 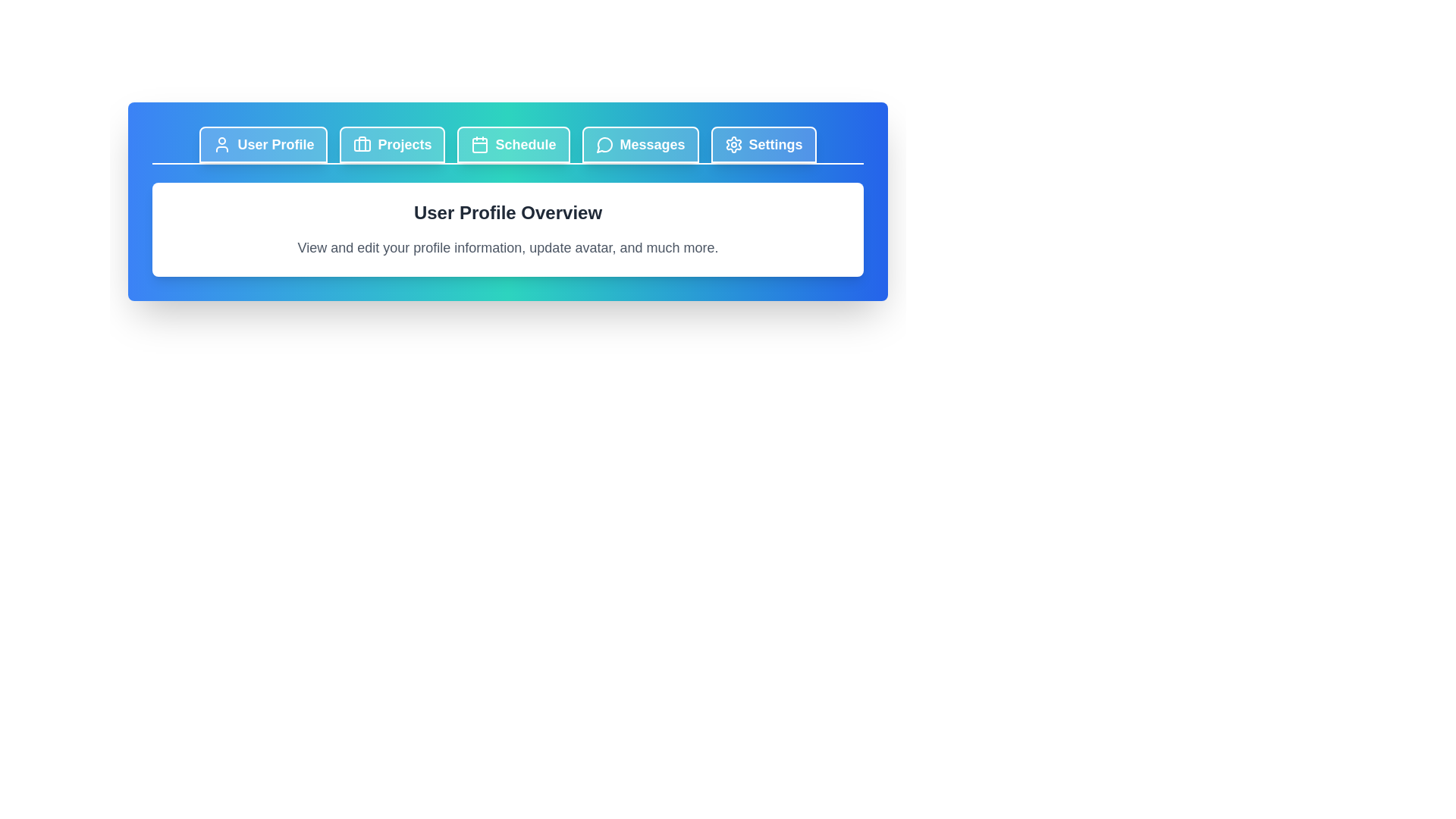 What do you see at coordinates (362, 146) in the screenshot?
I see `the rectangular base of the briefcase icon representing the 'Projects' section in the navigation bar` at bounding box center [362, 146].